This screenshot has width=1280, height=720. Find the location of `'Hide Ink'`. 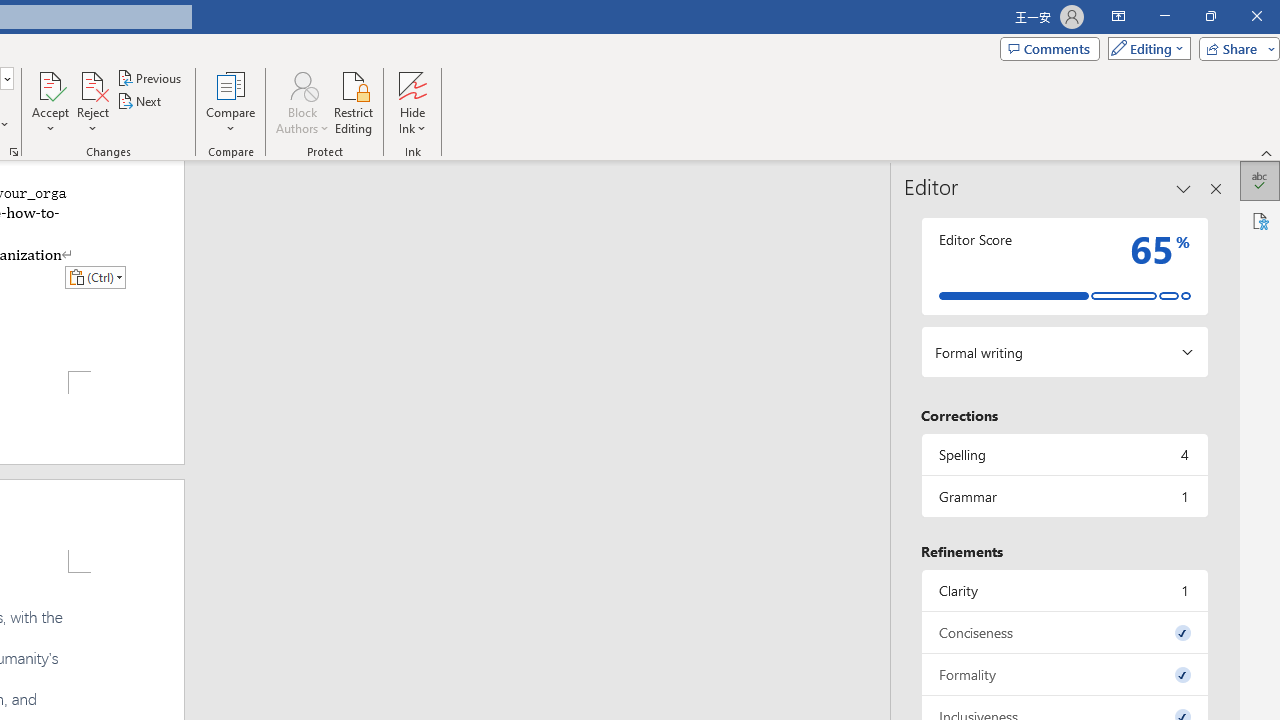

'Hide Ink' is located at coordinates (411, 103).